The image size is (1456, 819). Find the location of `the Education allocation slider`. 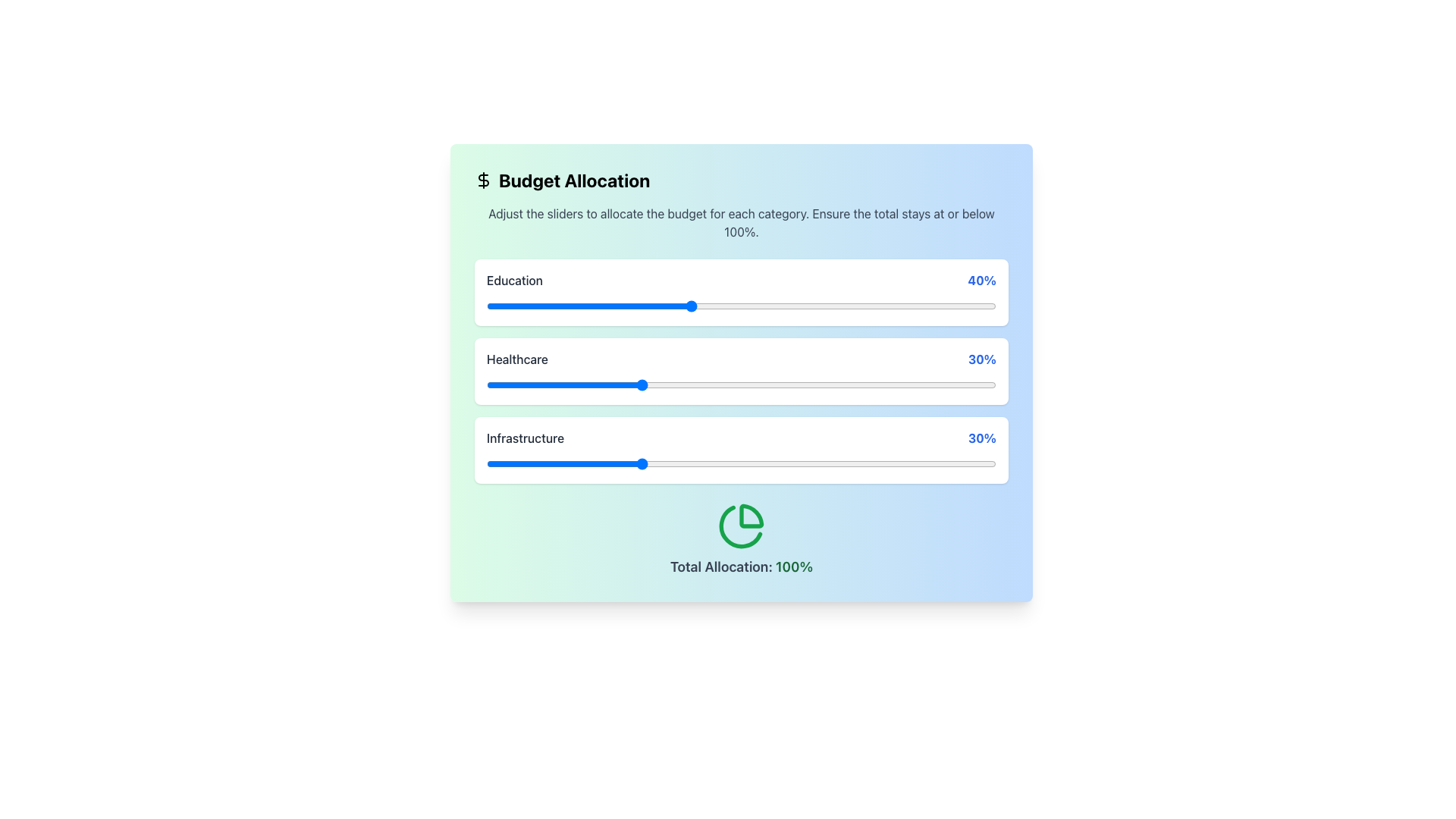

the Education allocation slider is located at coordinates (645, 306).